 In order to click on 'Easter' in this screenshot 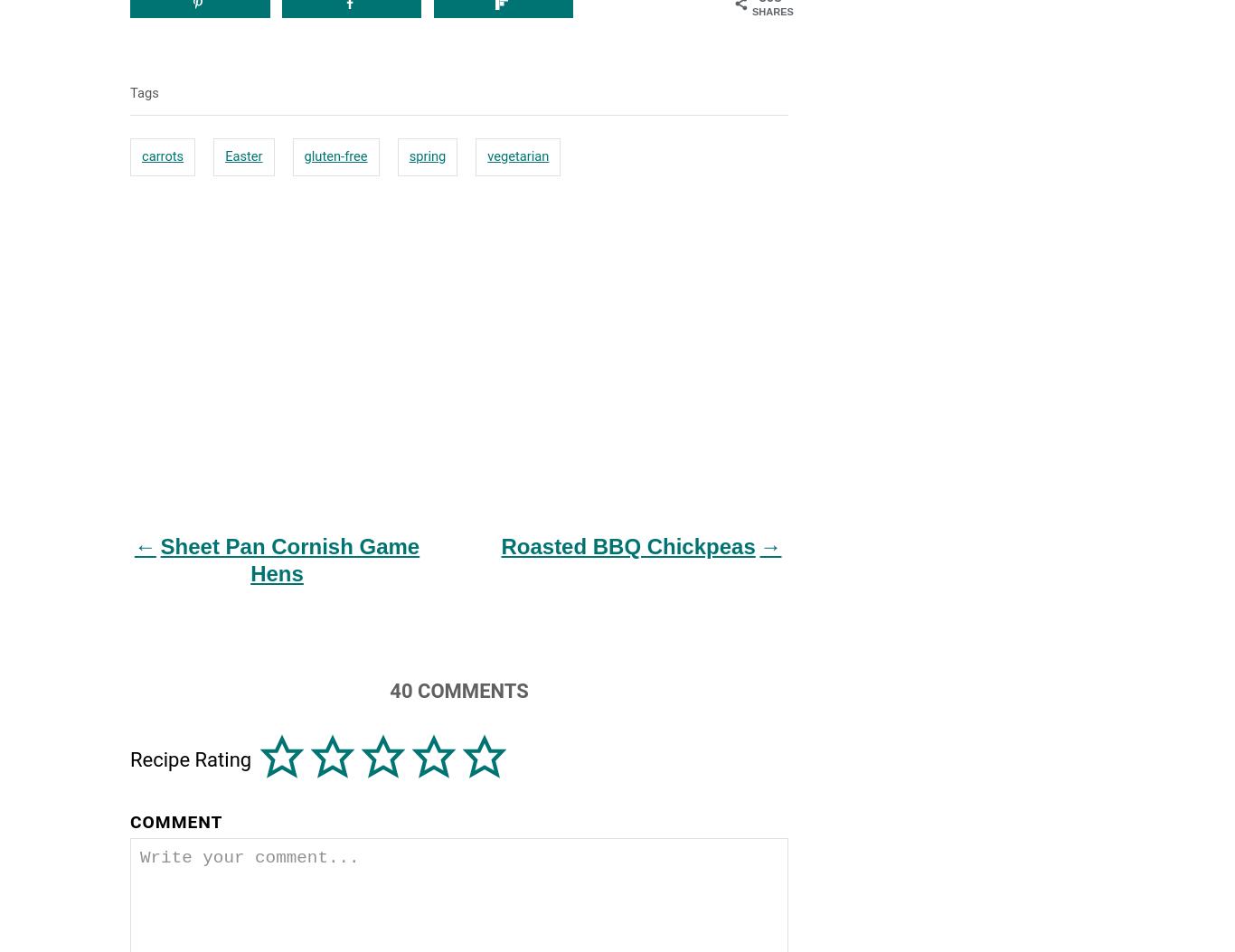, I will do `click(225, 154)`.